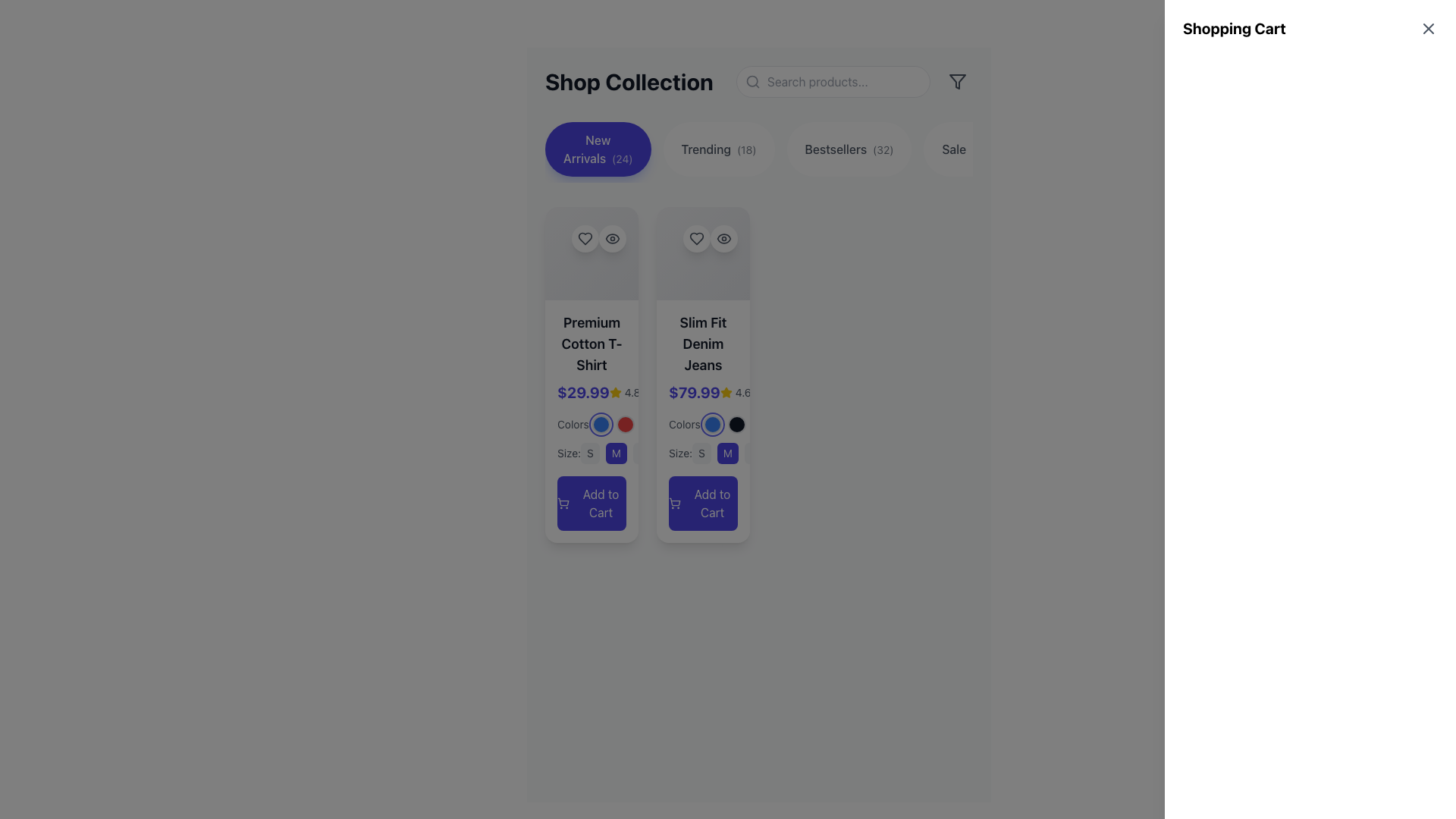 Image resolution: width=1456 pixels, height=819 pixels. What do you see at coordinates (685, 424) in the screenshot?
I see `the text label displaying 'Colors:' which is styled in a thin, gray font and is positioned above and slightly to the left of the circular color indicators in the 'Slim Fit Denim Jeans' product card` at bounding box center [685, 424].